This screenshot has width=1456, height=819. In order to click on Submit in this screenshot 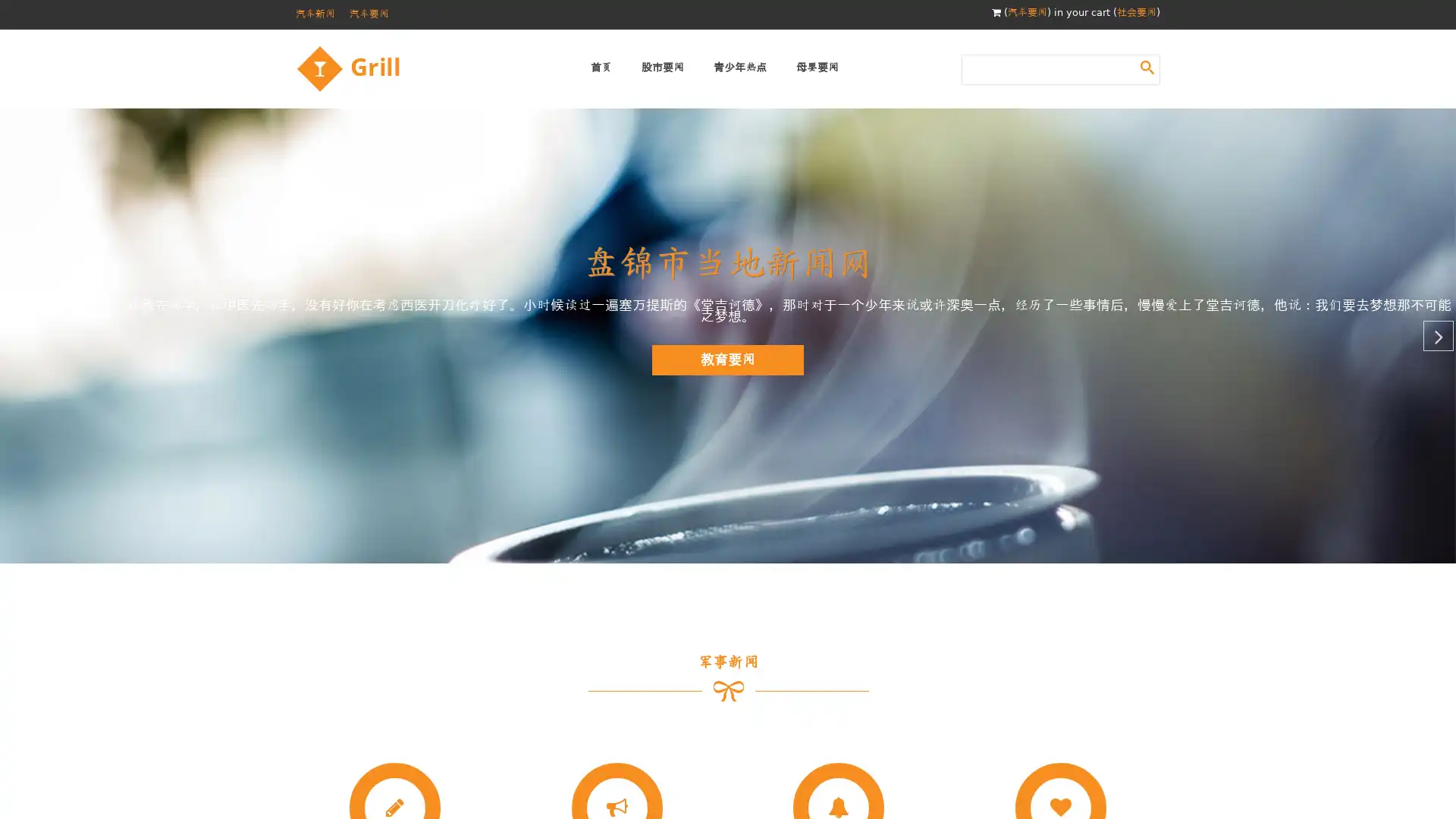, I will do `click(1147, 66)`.